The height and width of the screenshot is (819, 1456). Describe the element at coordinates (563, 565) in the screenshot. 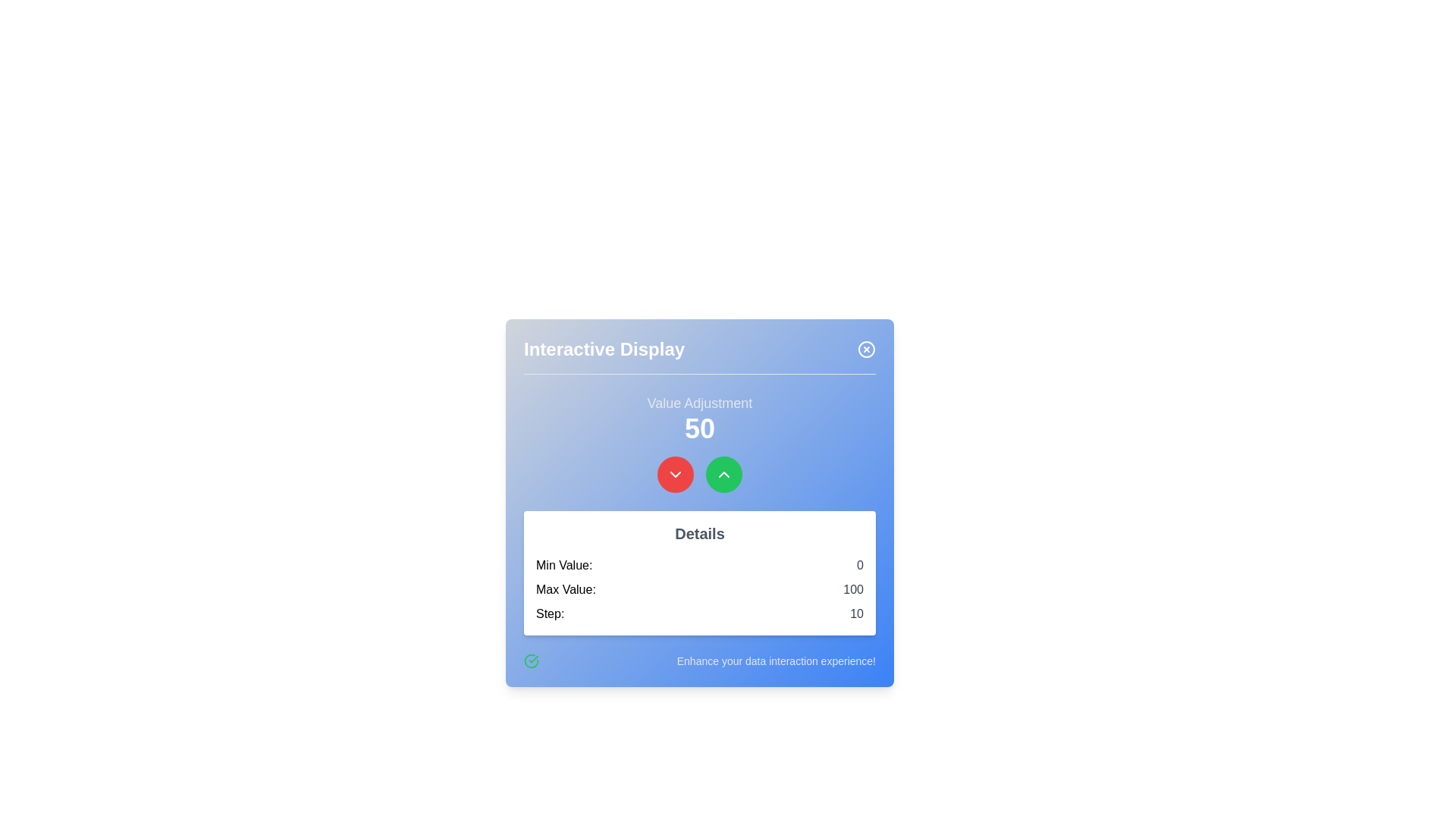

I see `the text label that describes the minimum value in the 'Details' section of the 'Interactive Display' dialog box` at that location.